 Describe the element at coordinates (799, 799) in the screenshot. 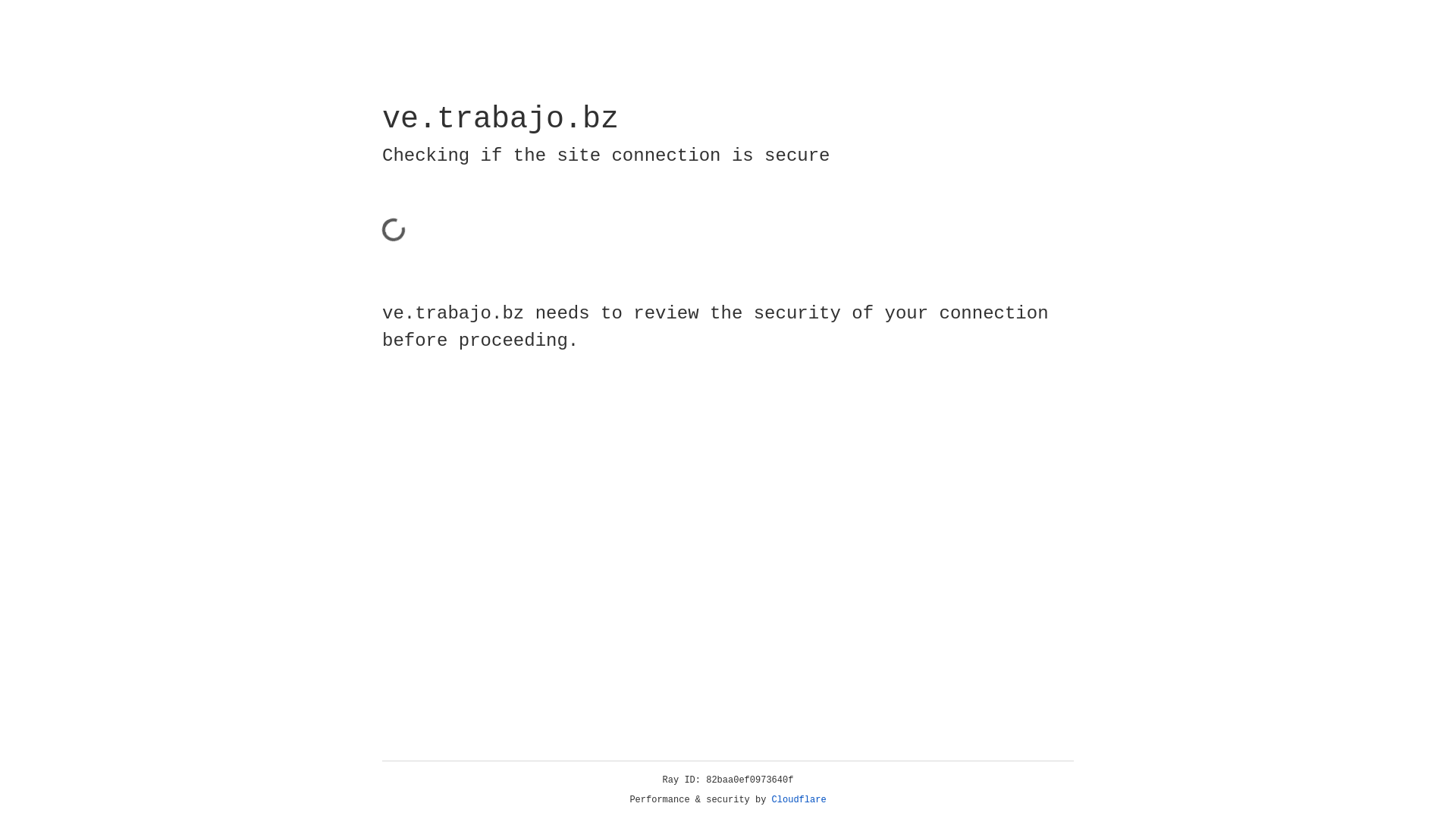

I see `'Cloudflare'` at that location.